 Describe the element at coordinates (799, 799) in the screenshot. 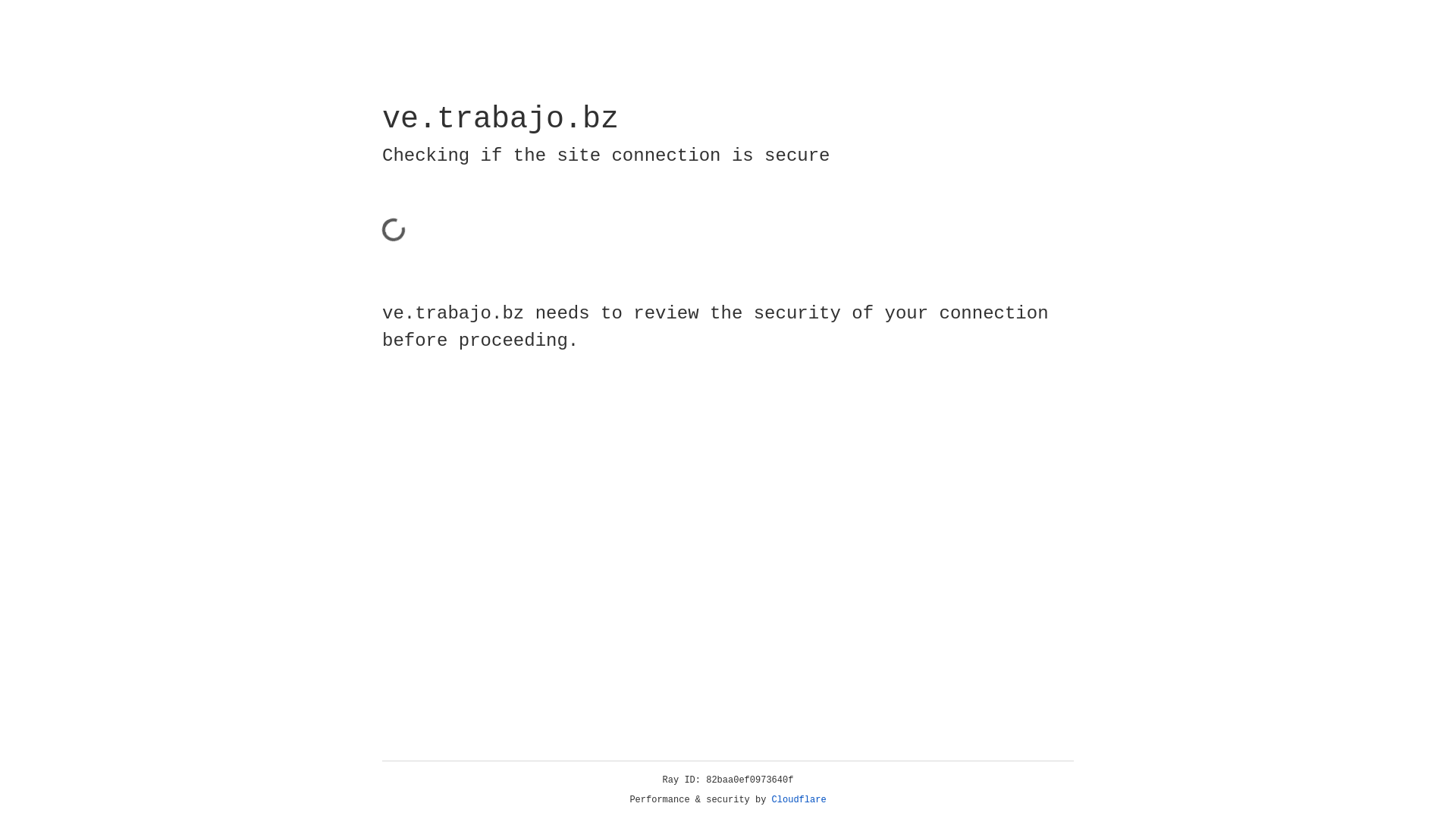

I see `'Cloudflare'` at that location.